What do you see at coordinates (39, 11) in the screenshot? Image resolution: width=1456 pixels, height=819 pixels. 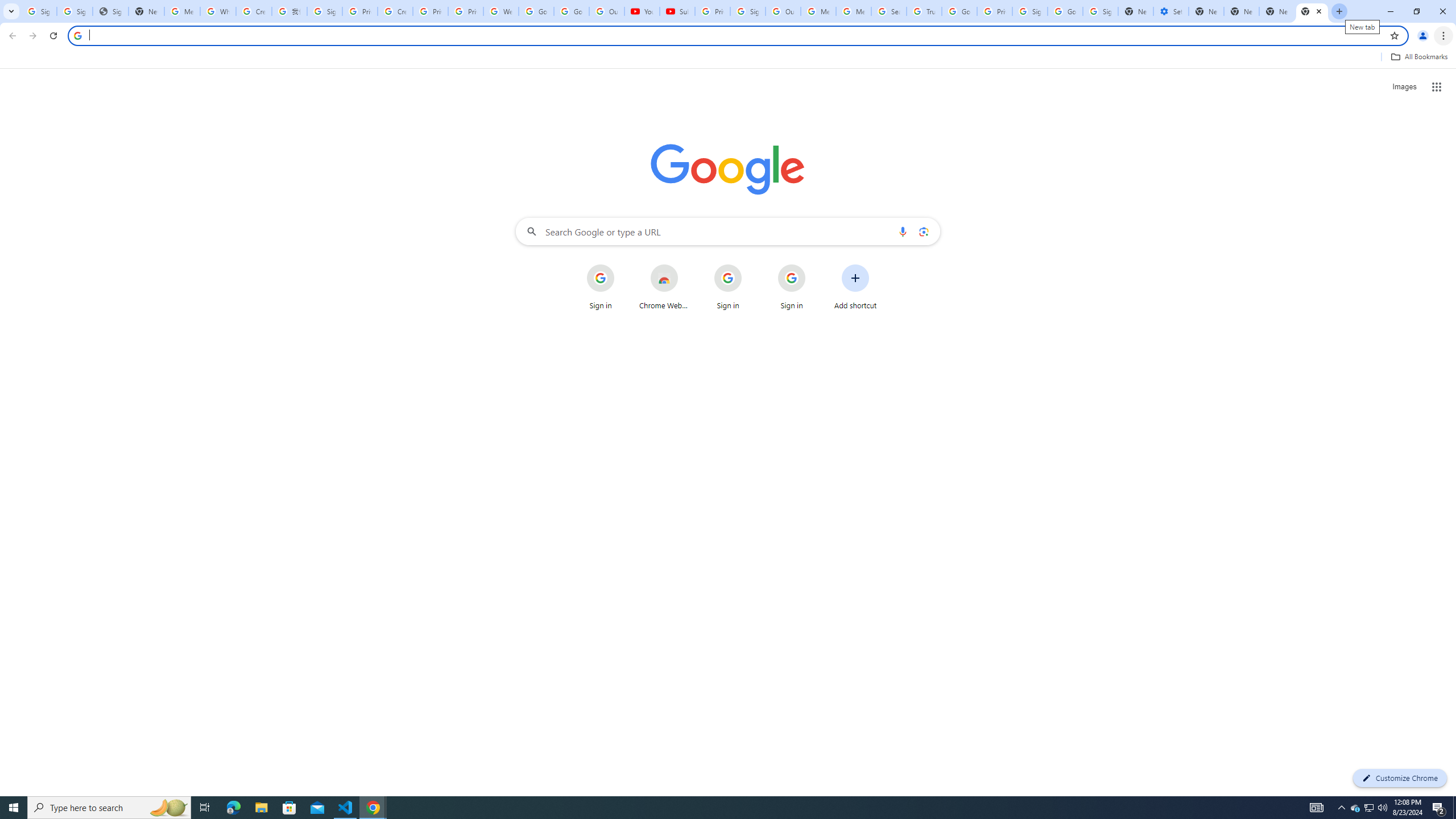 I see `'Sign in - Google Accounts'` at bounding box center [39, 11].